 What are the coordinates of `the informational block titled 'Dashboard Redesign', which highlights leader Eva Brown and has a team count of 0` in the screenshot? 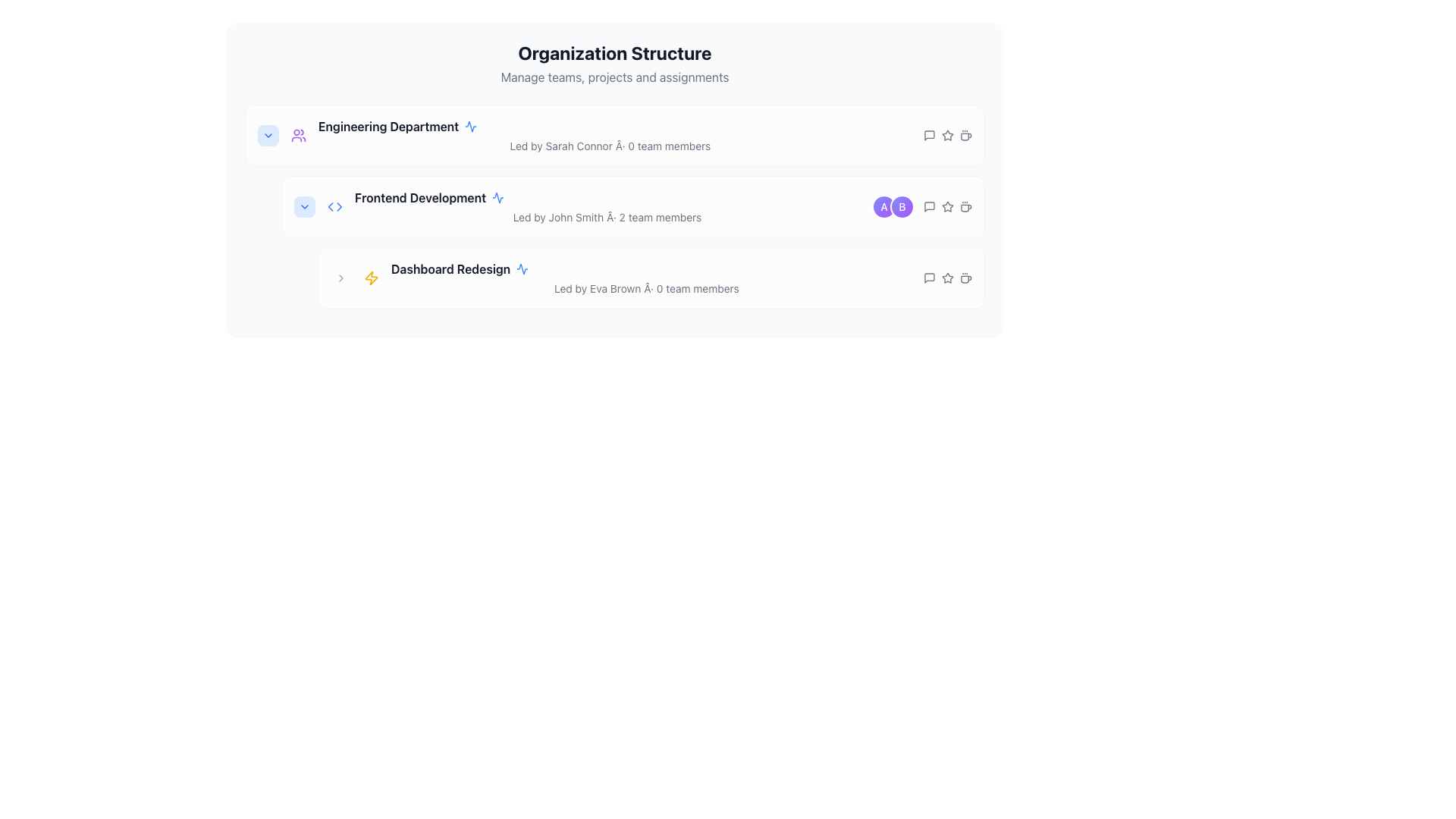 It's located at (651, 278).